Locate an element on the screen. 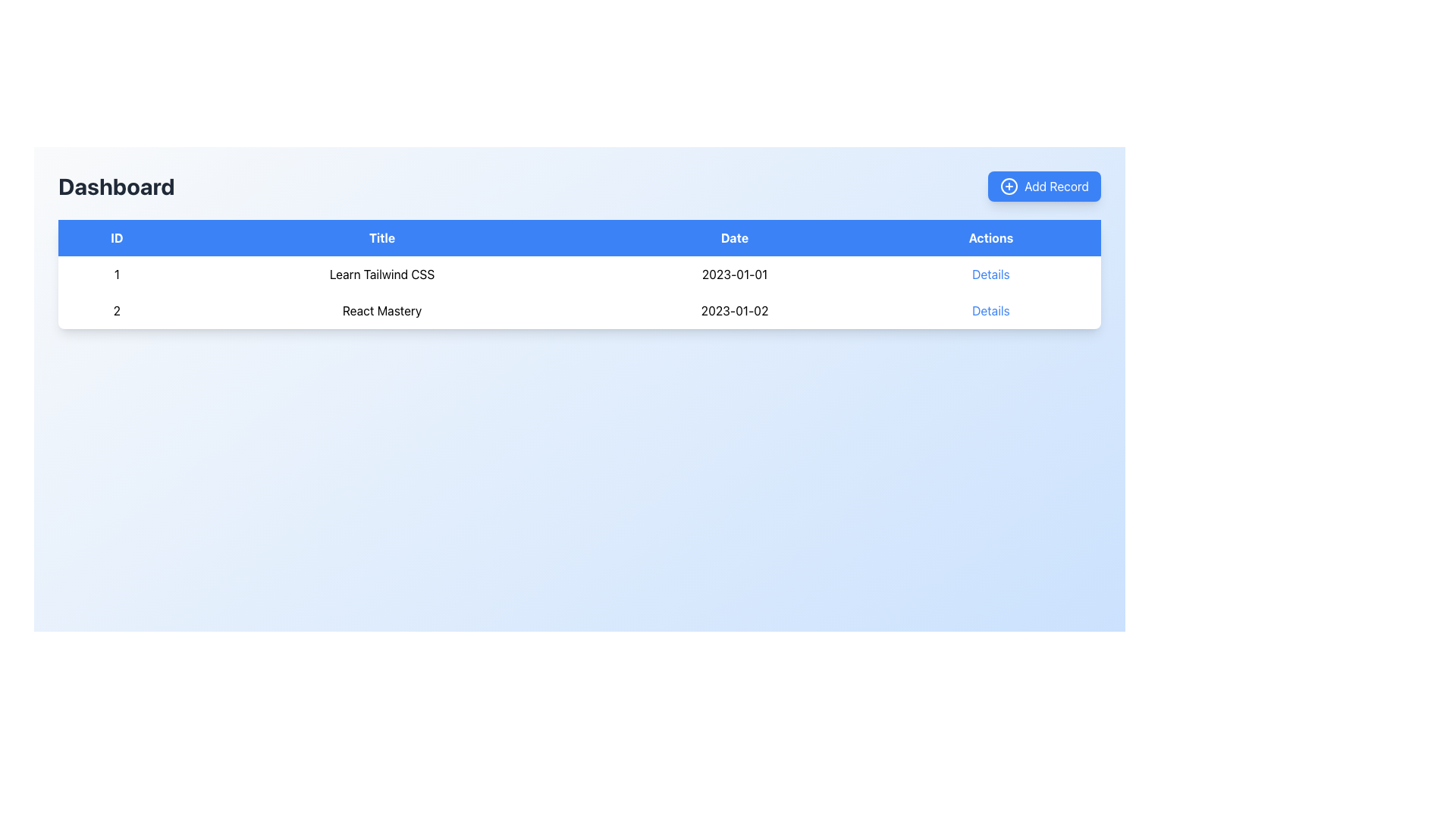 This screenshot has height=819, width=1456. the header cell located at the second position in the data table, which is between the 'ID' and 'Date' columns is located at coordinates (382, 237).